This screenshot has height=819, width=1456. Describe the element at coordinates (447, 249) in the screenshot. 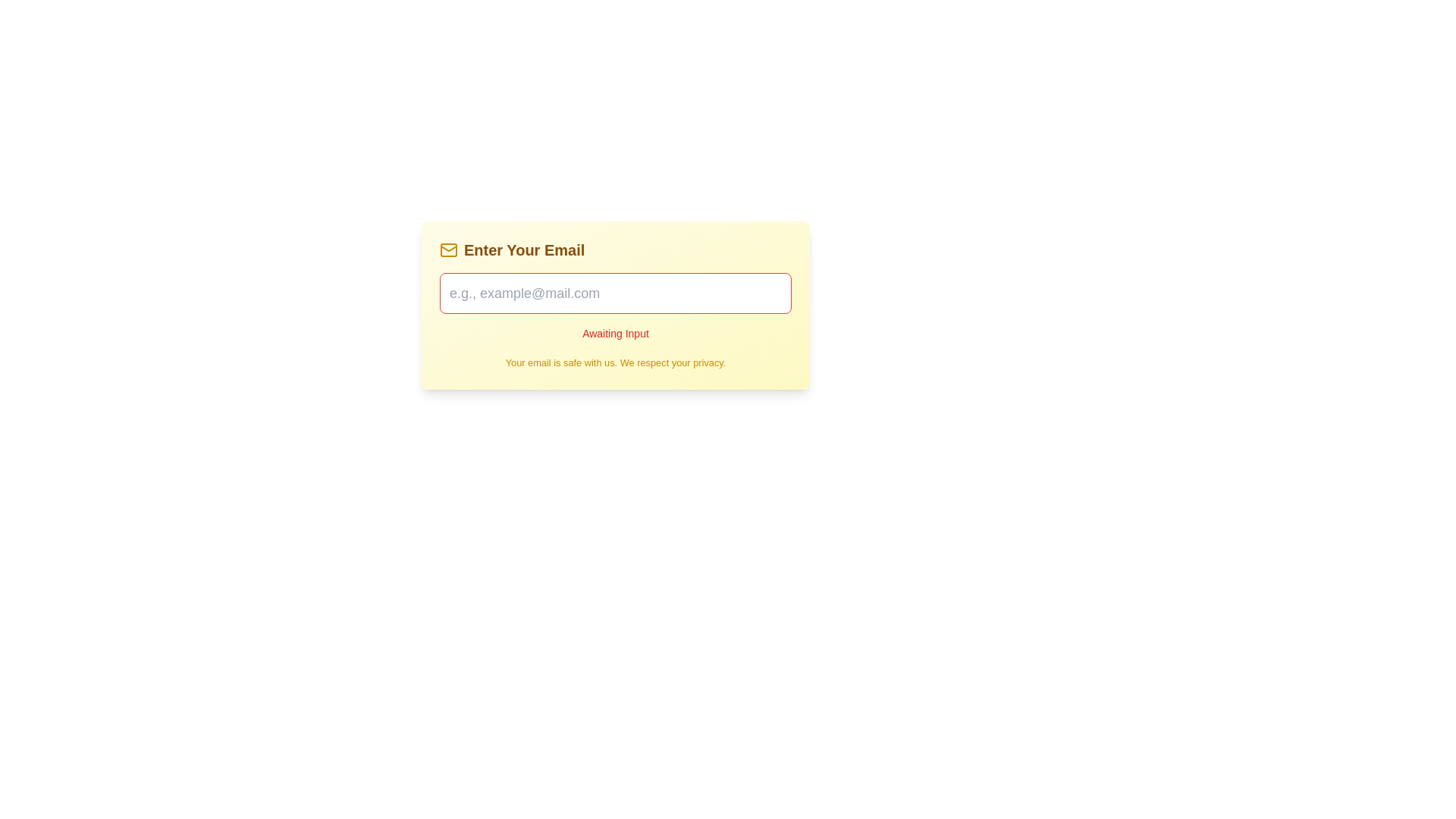

I see `the bottom rectangle component of the envelope icon located near the 'Enter Your Email' label` at that location.